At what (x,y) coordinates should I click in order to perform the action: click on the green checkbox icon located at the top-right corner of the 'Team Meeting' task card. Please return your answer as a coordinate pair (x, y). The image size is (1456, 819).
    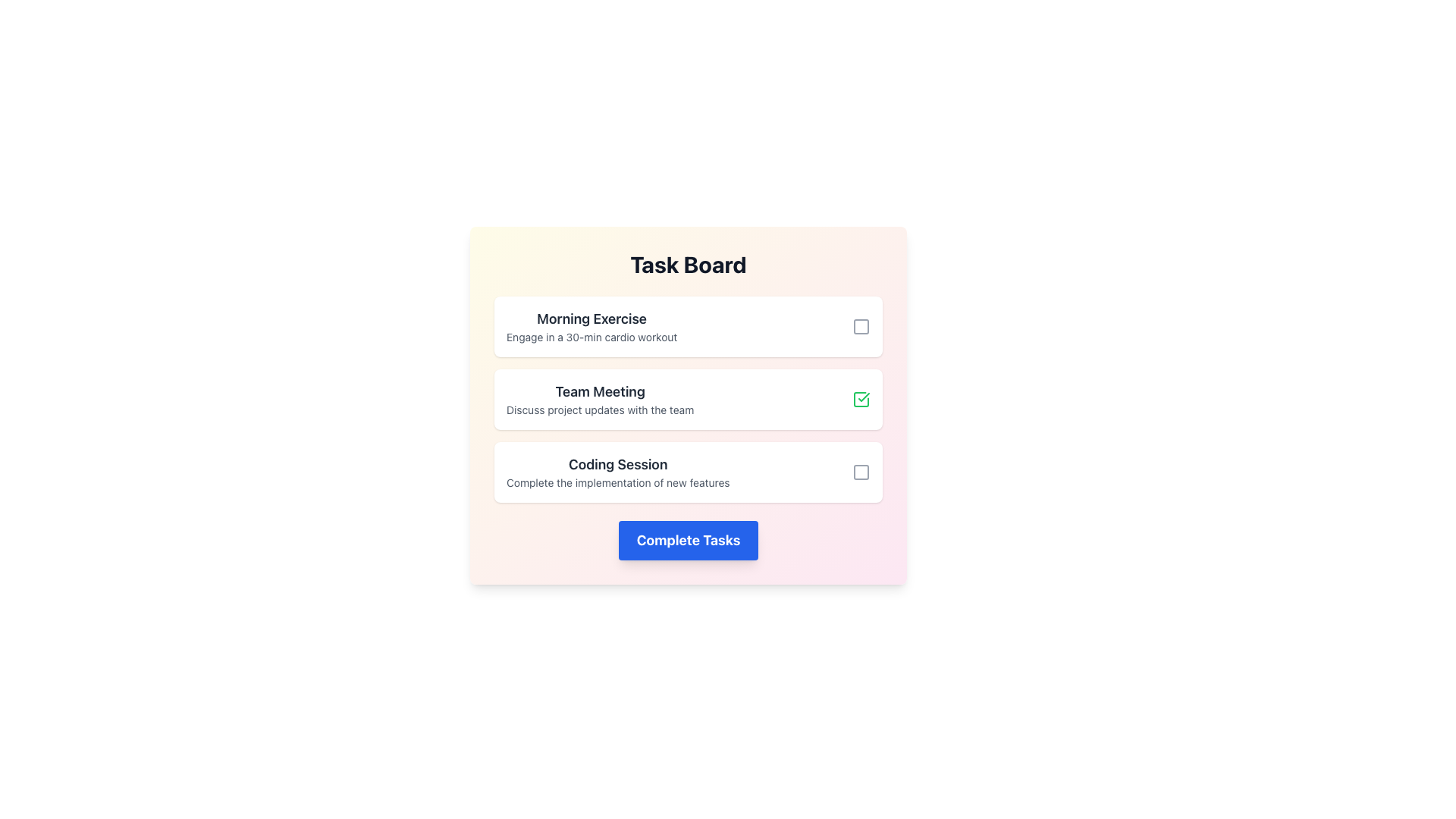
    Looking at the image, I should click on (861, 399).